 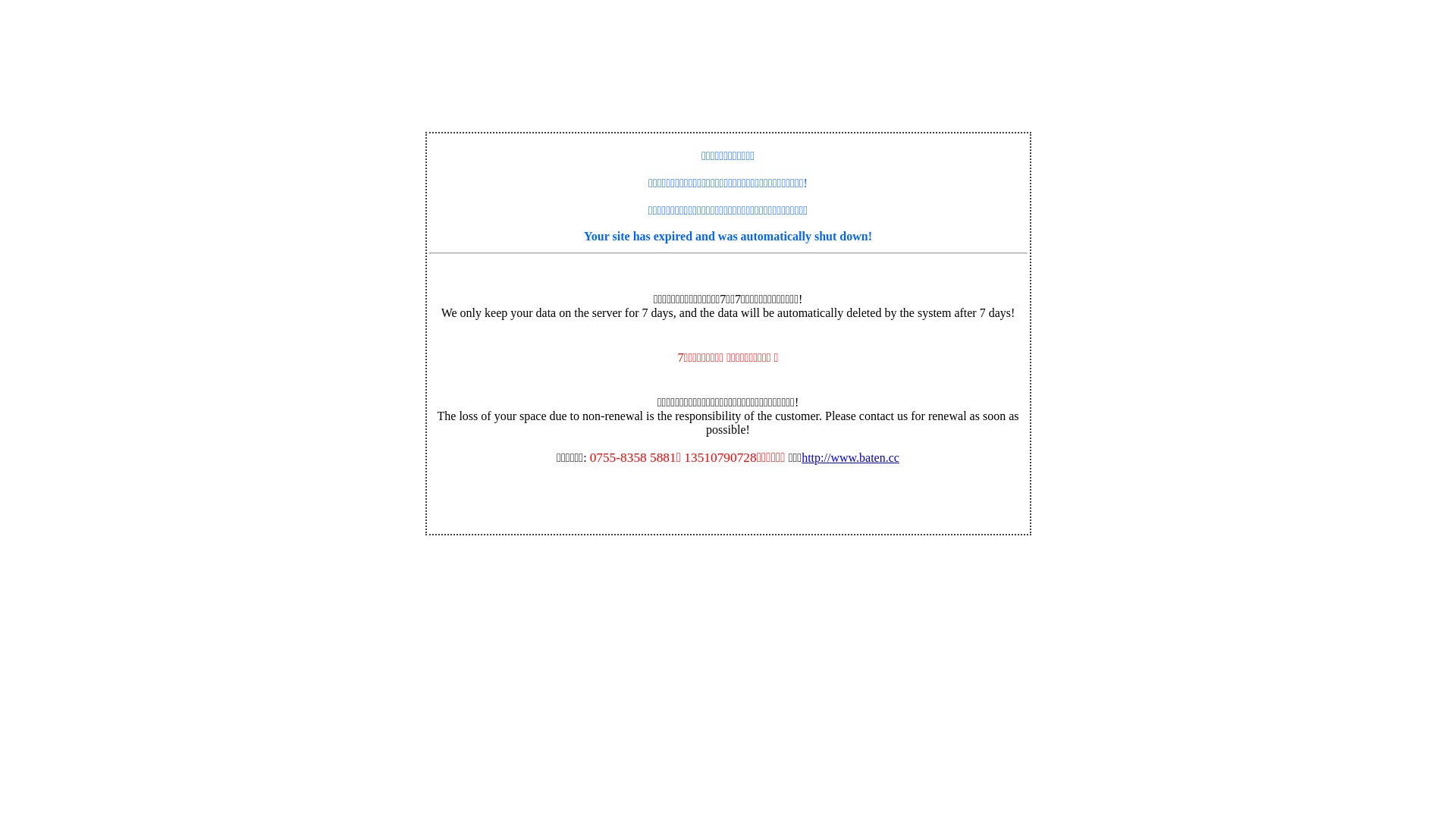 What do you see at coordinates (850, 457) in the screenshot?
I see `'http://www.baten.cc'` at bounding box center [850, 457].